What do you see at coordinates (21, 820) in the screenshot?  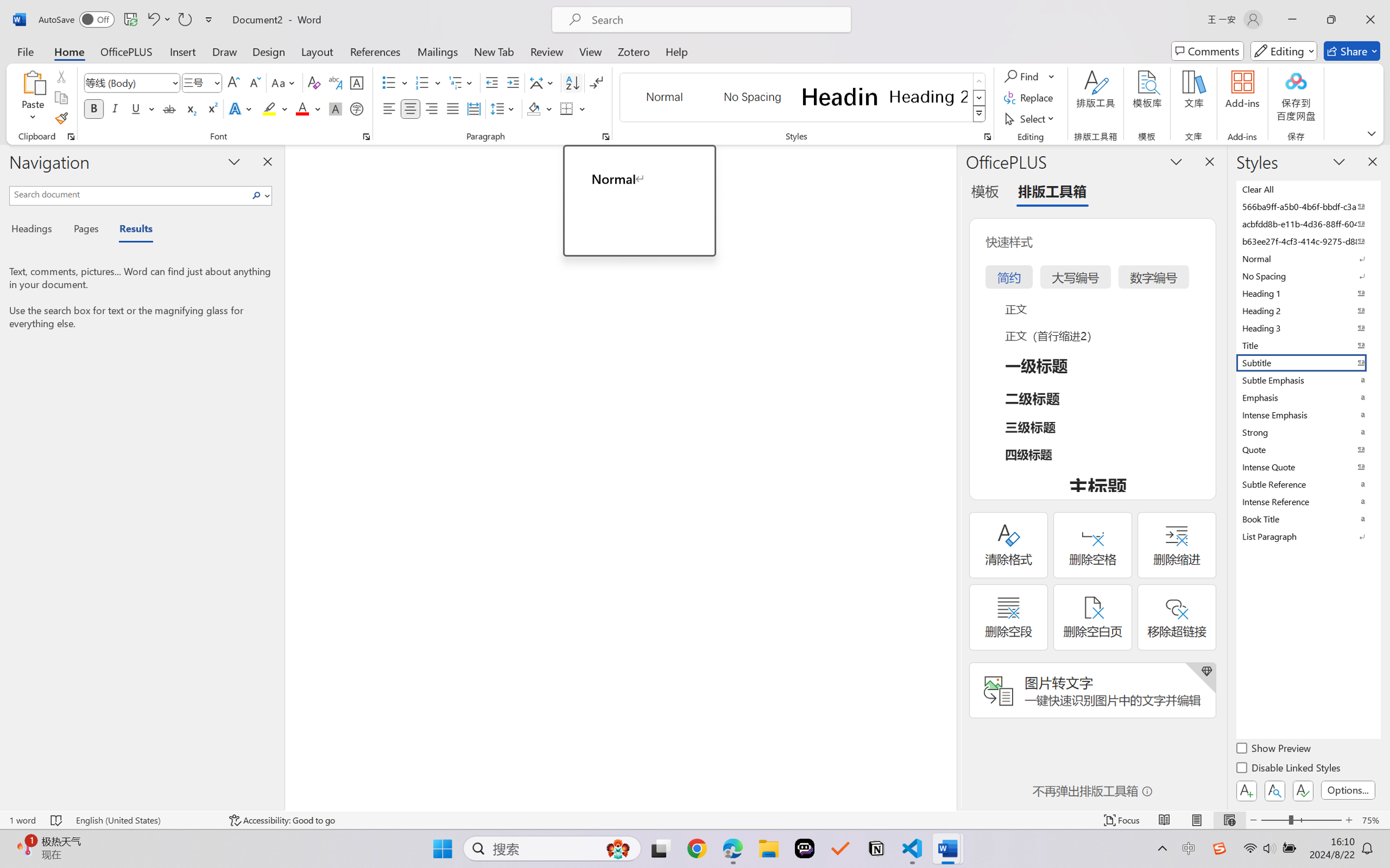 I see `'Word Count 1 word'` at bounding box center [21, 820].